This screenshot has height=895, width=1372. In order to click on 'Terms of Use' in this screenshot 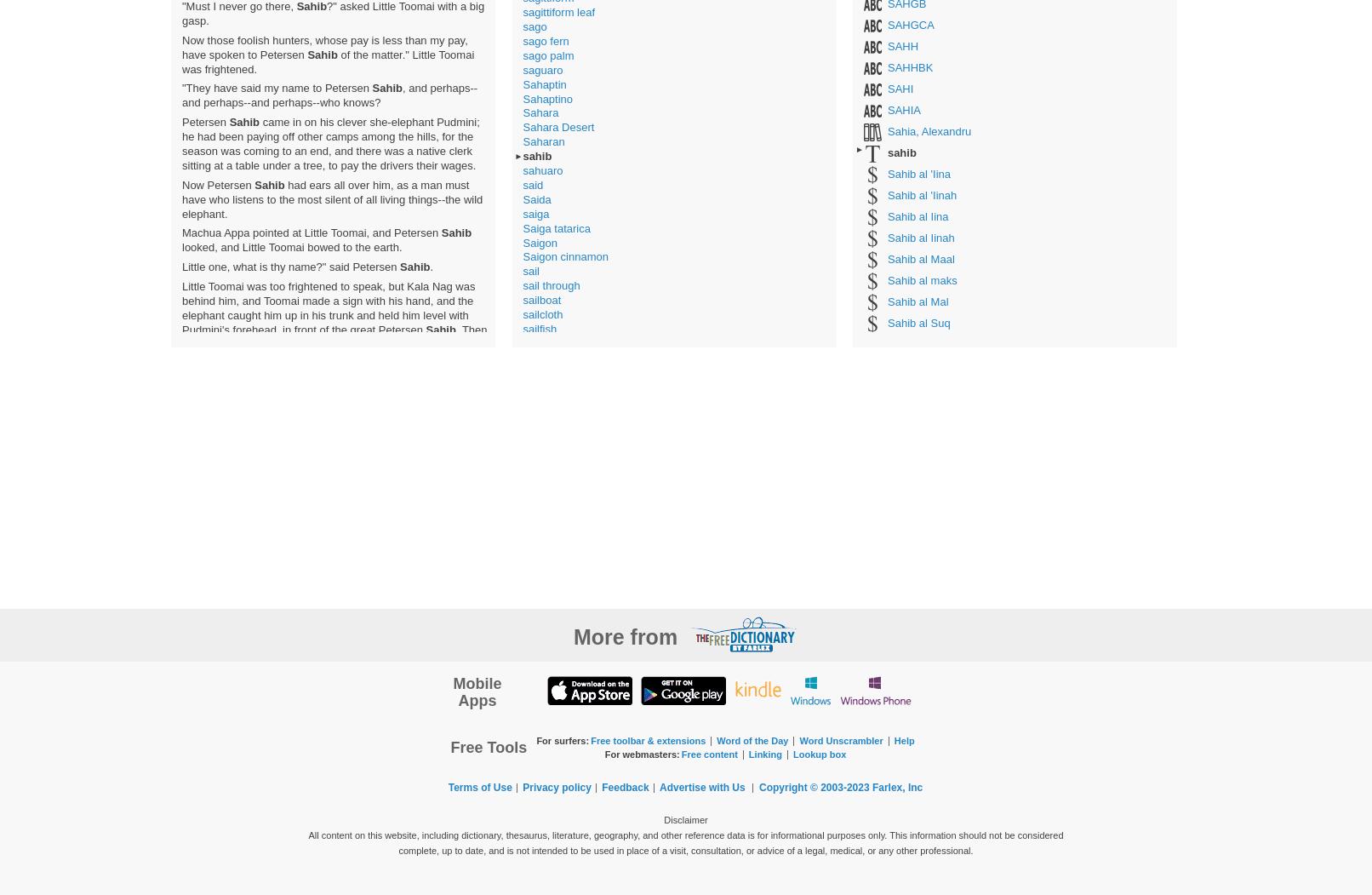, I will do `click(479, 787)`.